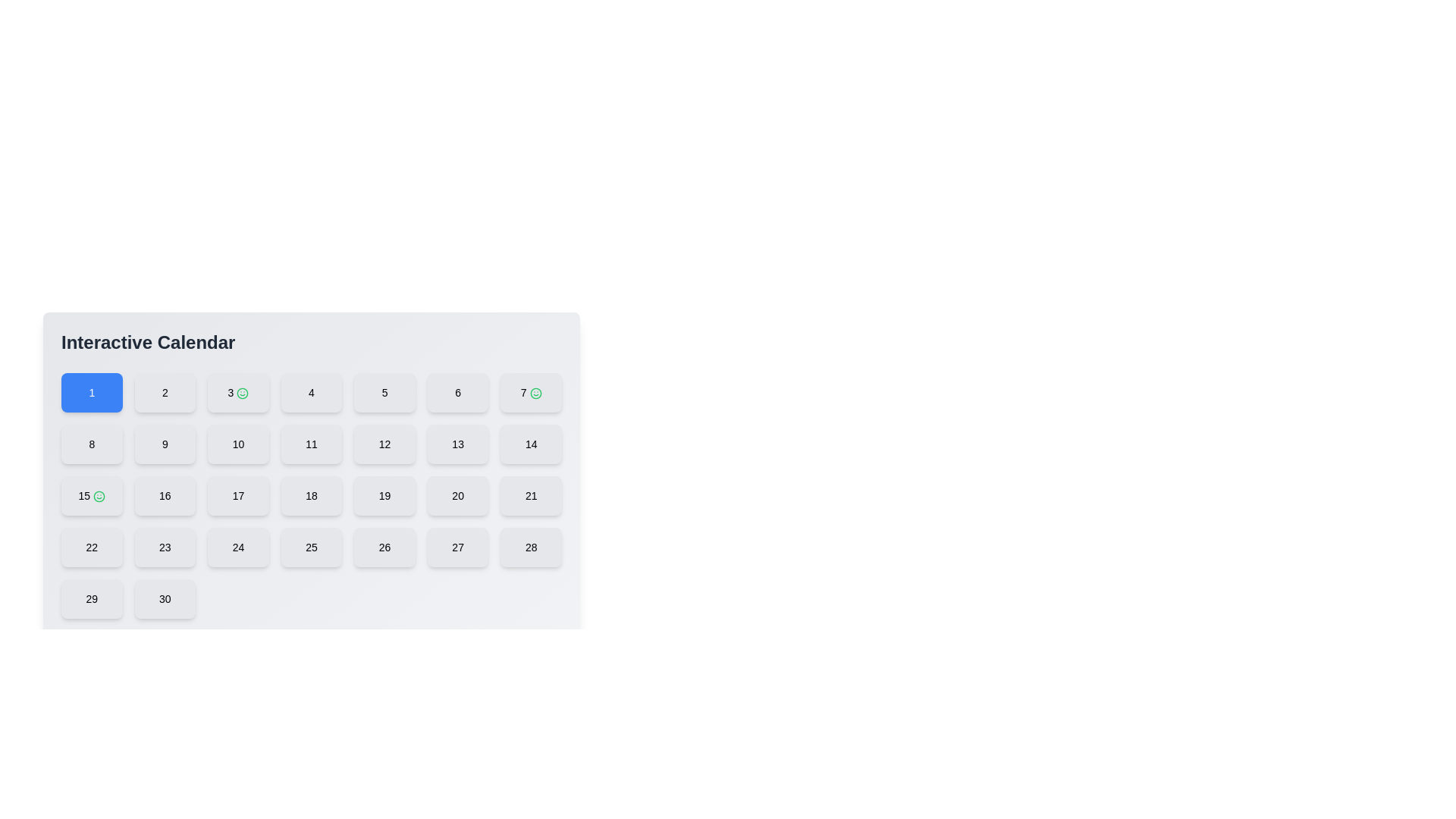  What do you see at coordinates (237, 444) in the screenshot?
I see `the rectangular button labeled '10'` at bounding box center [237, 444].